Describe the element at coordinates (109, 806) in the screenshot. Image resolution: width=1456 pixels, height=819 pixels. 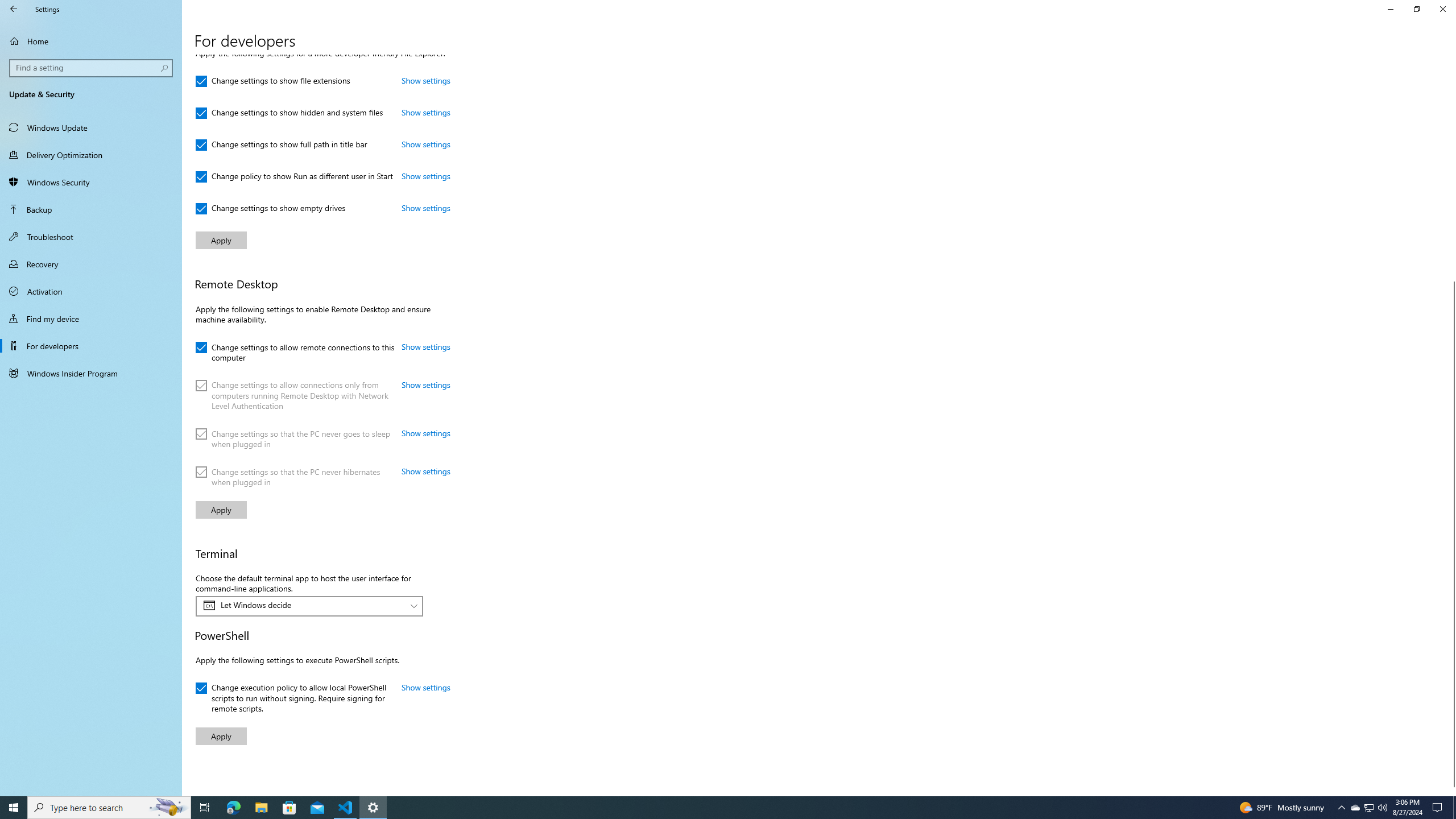
I see `'Type here to search'` at that location.